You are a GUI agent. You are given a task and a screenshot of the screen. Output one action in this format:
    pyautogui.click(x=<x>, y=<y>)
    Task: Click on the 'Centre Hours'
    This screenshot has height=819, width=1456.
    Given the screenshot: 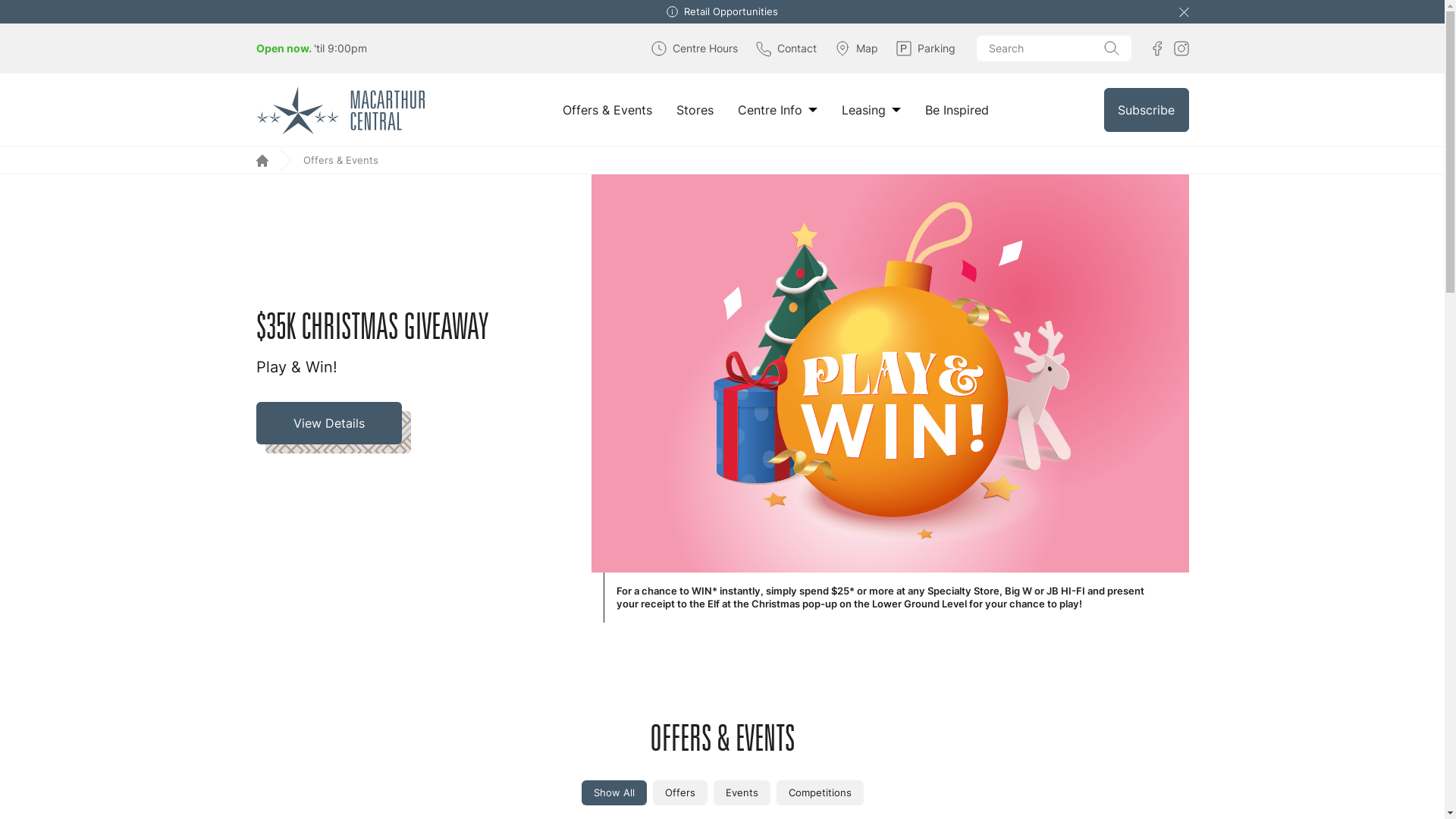 What is the action you would take?
    pyautogui.click(x=651, y=48)
    